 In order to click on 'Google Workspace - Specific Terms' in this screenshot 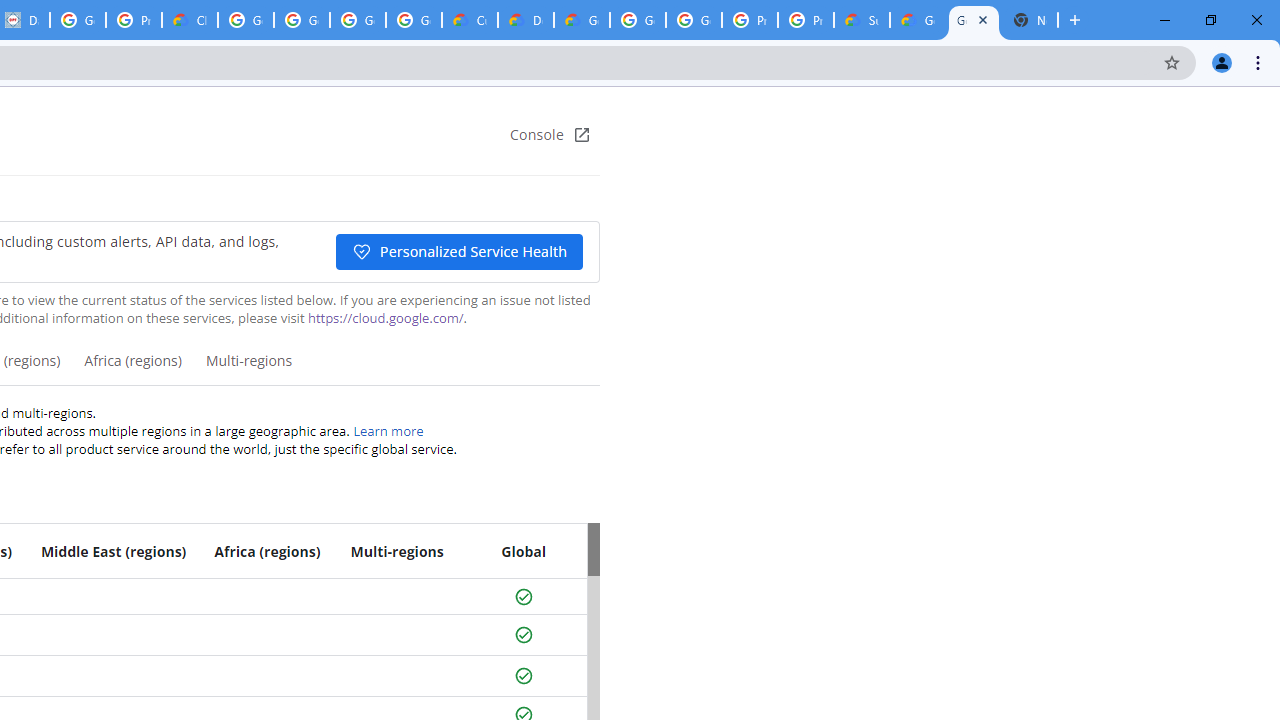, I will do `click(358, 20)`.